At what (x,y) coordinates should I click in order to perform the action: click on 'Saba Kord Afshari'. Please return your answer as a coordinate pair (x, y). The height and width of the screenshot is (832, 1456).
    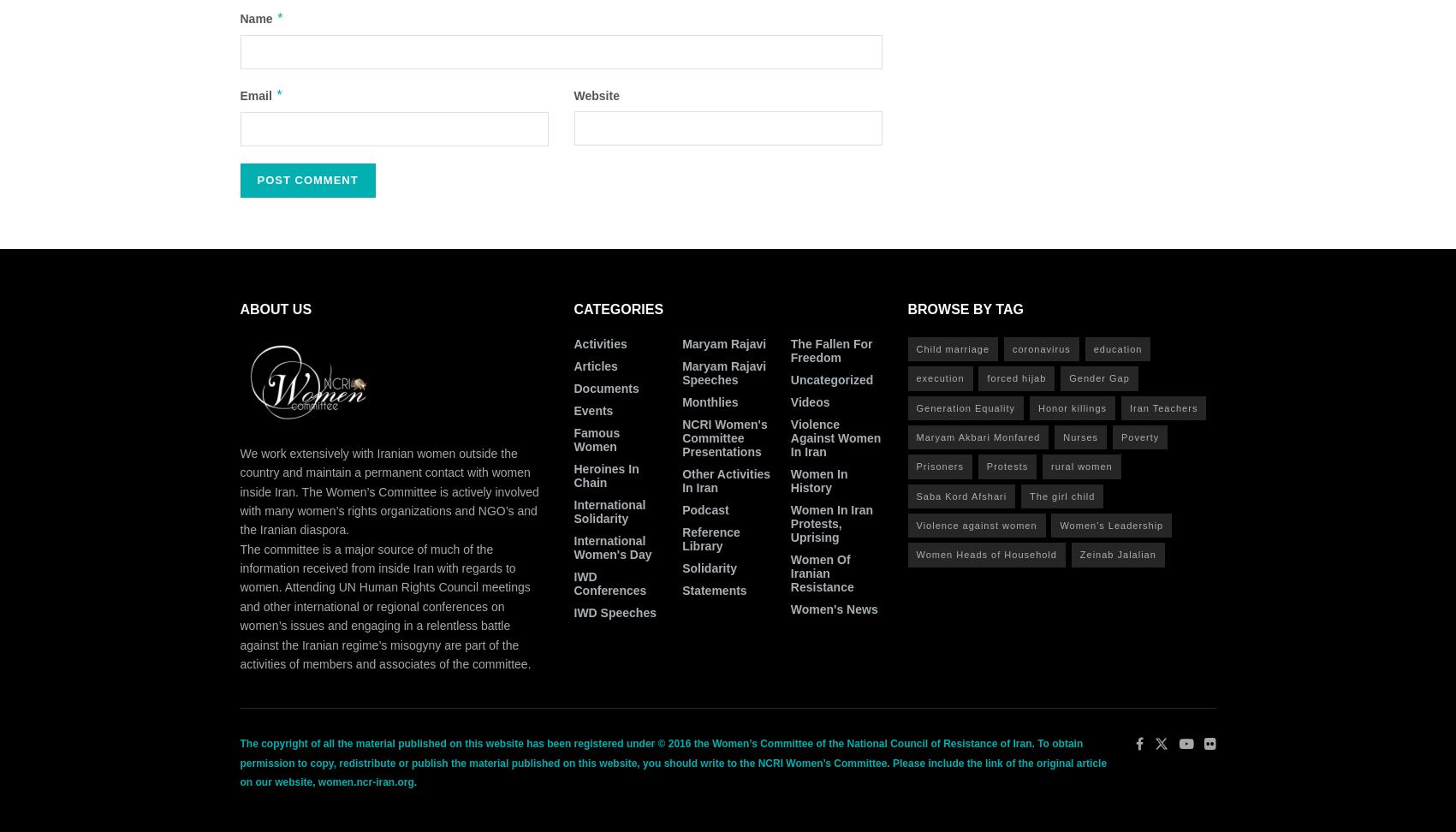
    Looking at the image, I should click on (915, 495).